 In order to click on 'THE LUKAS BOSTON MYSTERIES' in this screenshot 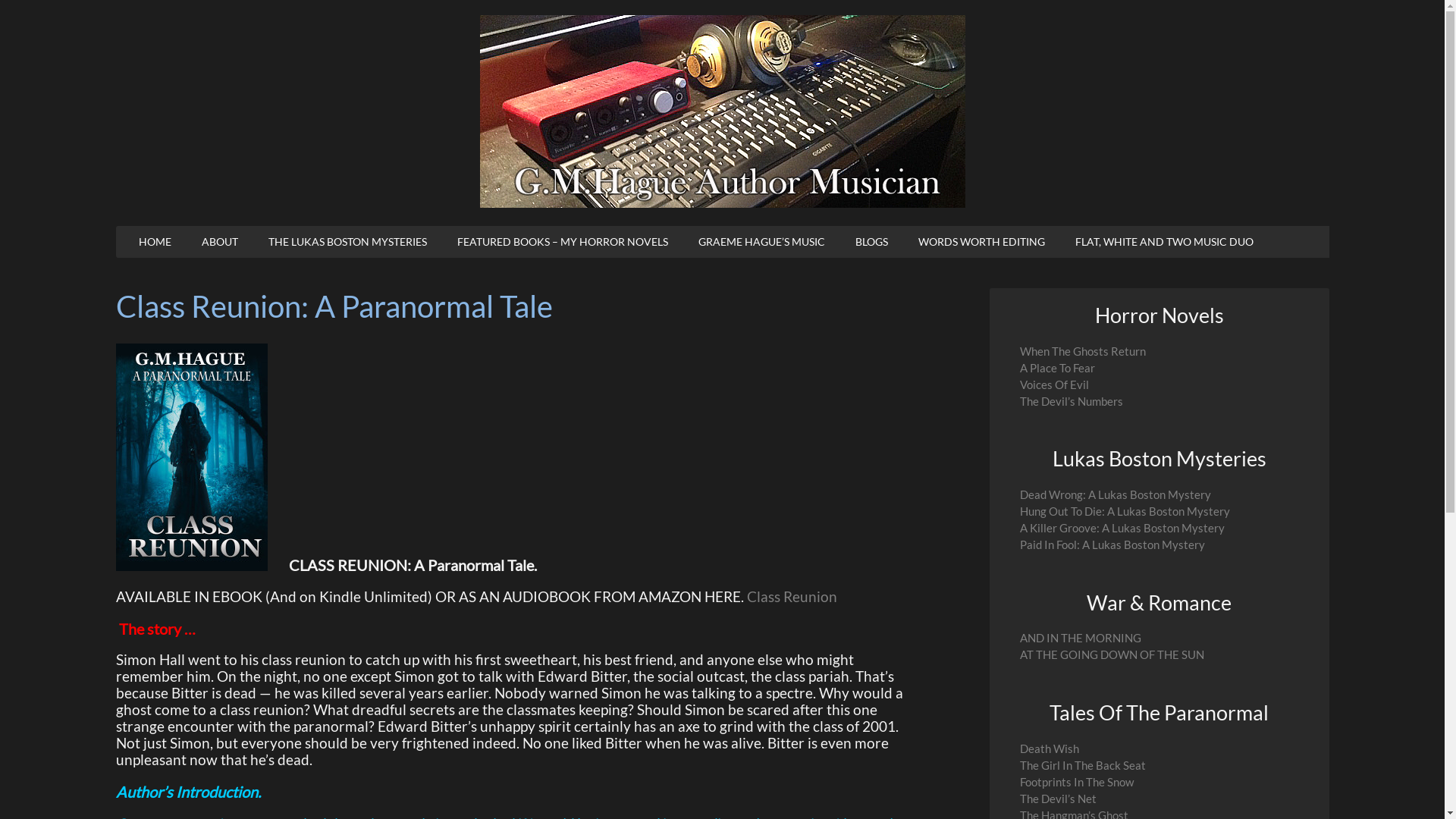, I will do `click(347, 241)`.